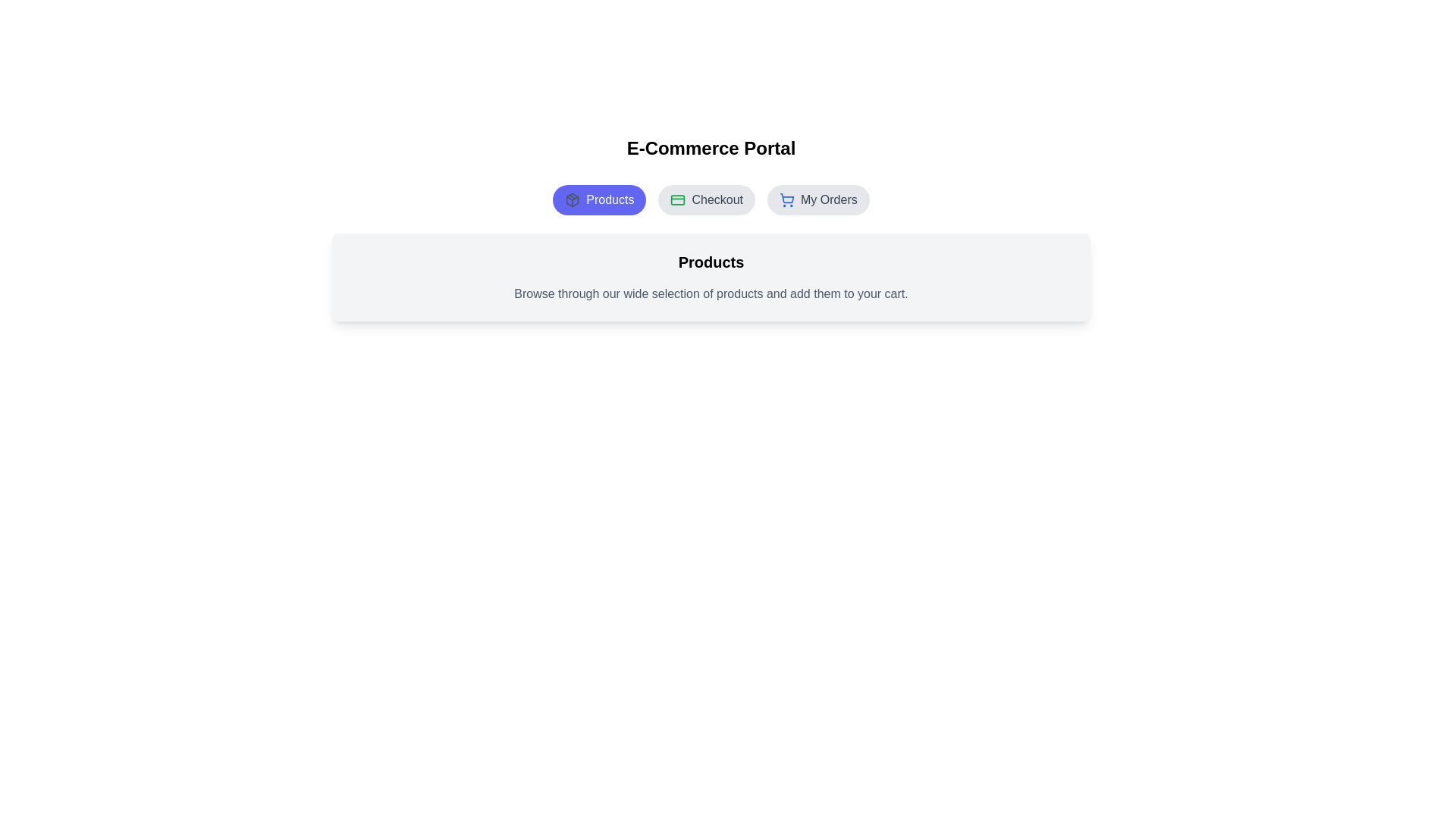 This screenshot has height=819, width=1456. I want to click on the tab My Orders by clicking its button, so click(817, 199).